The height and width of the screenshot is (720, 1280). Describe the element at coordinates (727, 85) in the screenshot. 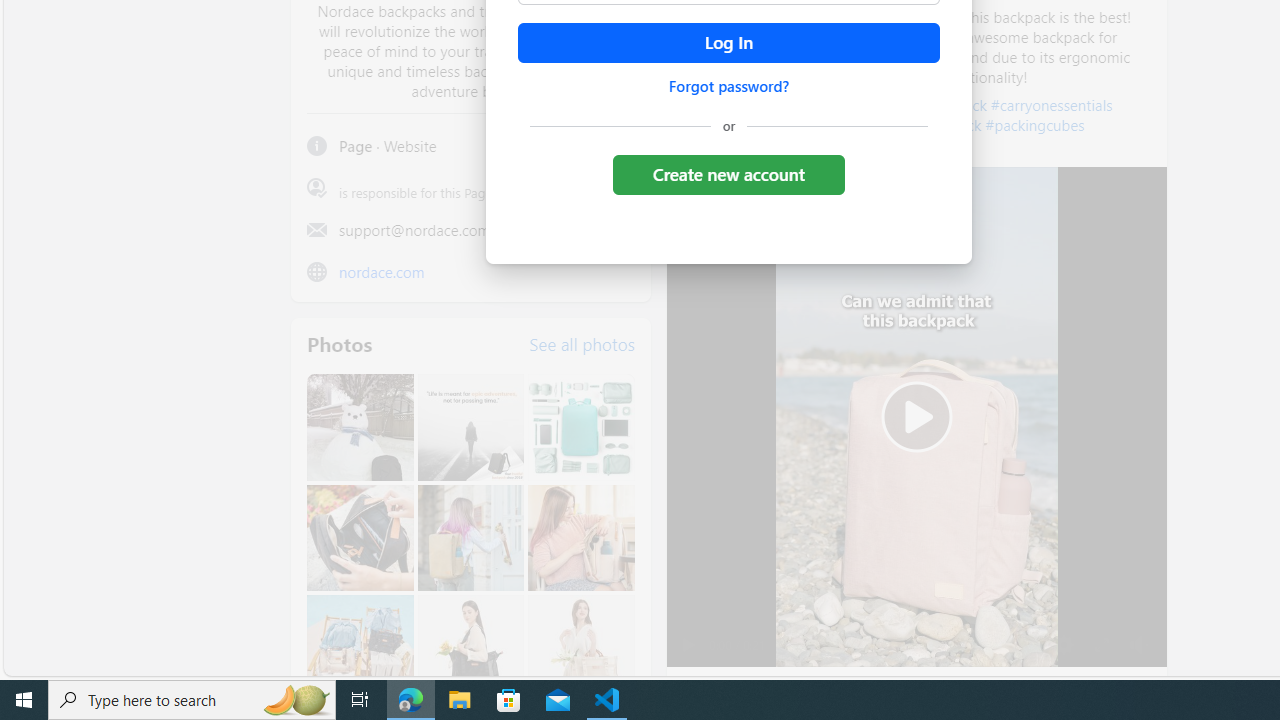

I see `'Forgot password?'` at that location.